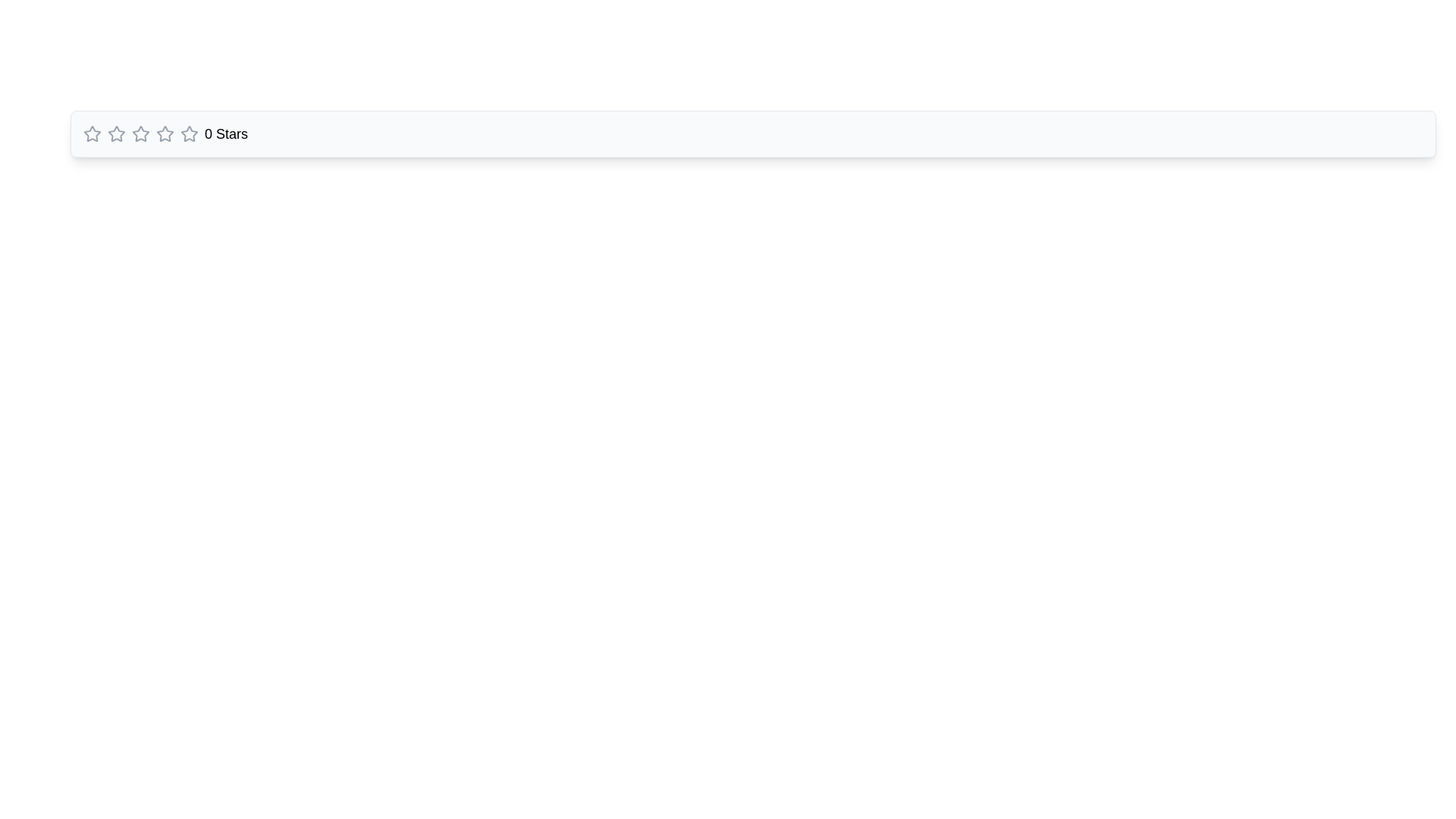 The width and height of the screenshot is (1456, 819). Describe the element at coordinates (188, 133) in the screenshot. I see `the second star from the left in the rating bar` at that location.